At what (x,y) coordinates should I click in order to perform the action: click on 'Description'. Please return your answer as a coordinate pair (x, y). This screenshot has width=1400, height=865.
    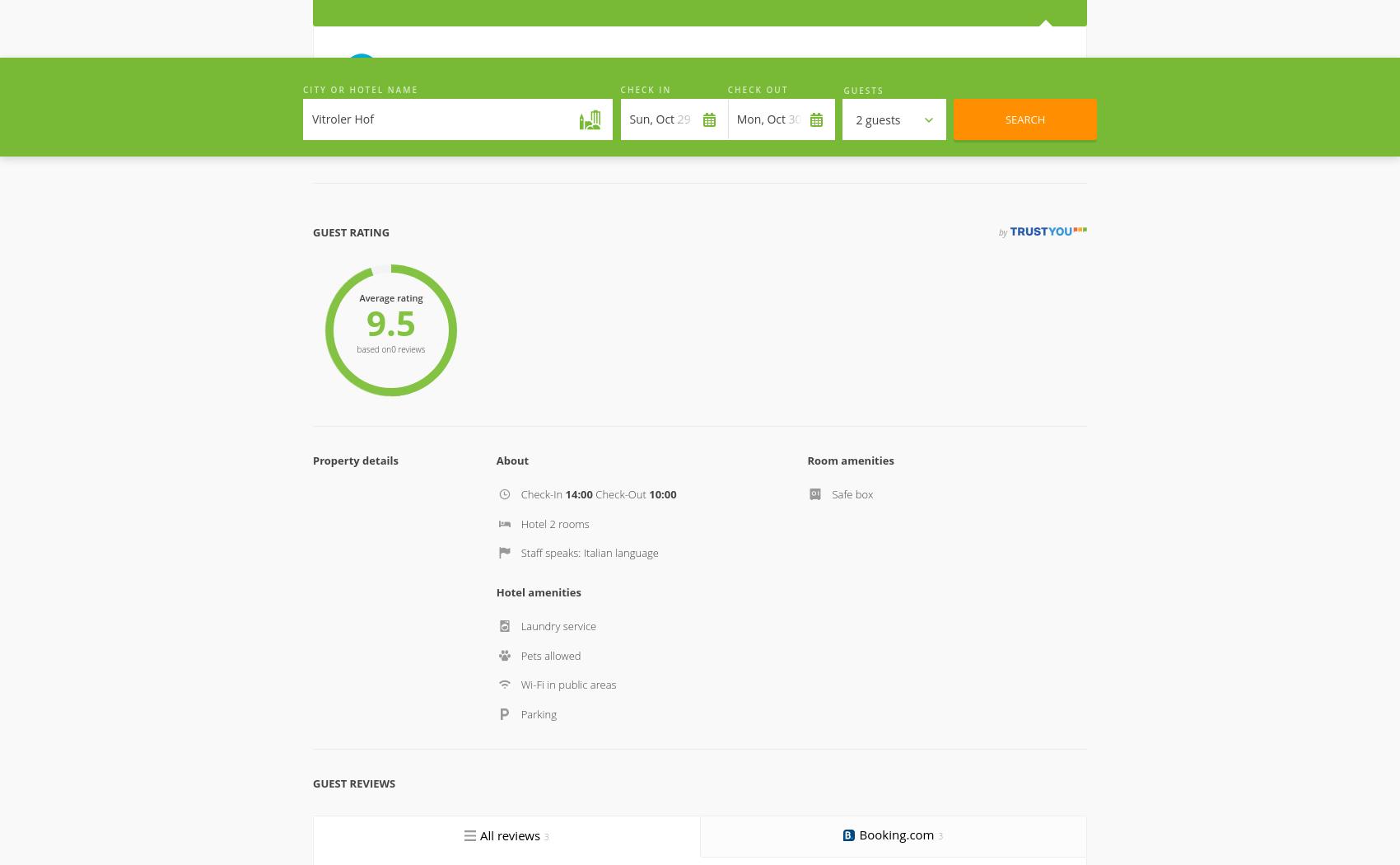
    Looking at the image, I should click on (347, 425).